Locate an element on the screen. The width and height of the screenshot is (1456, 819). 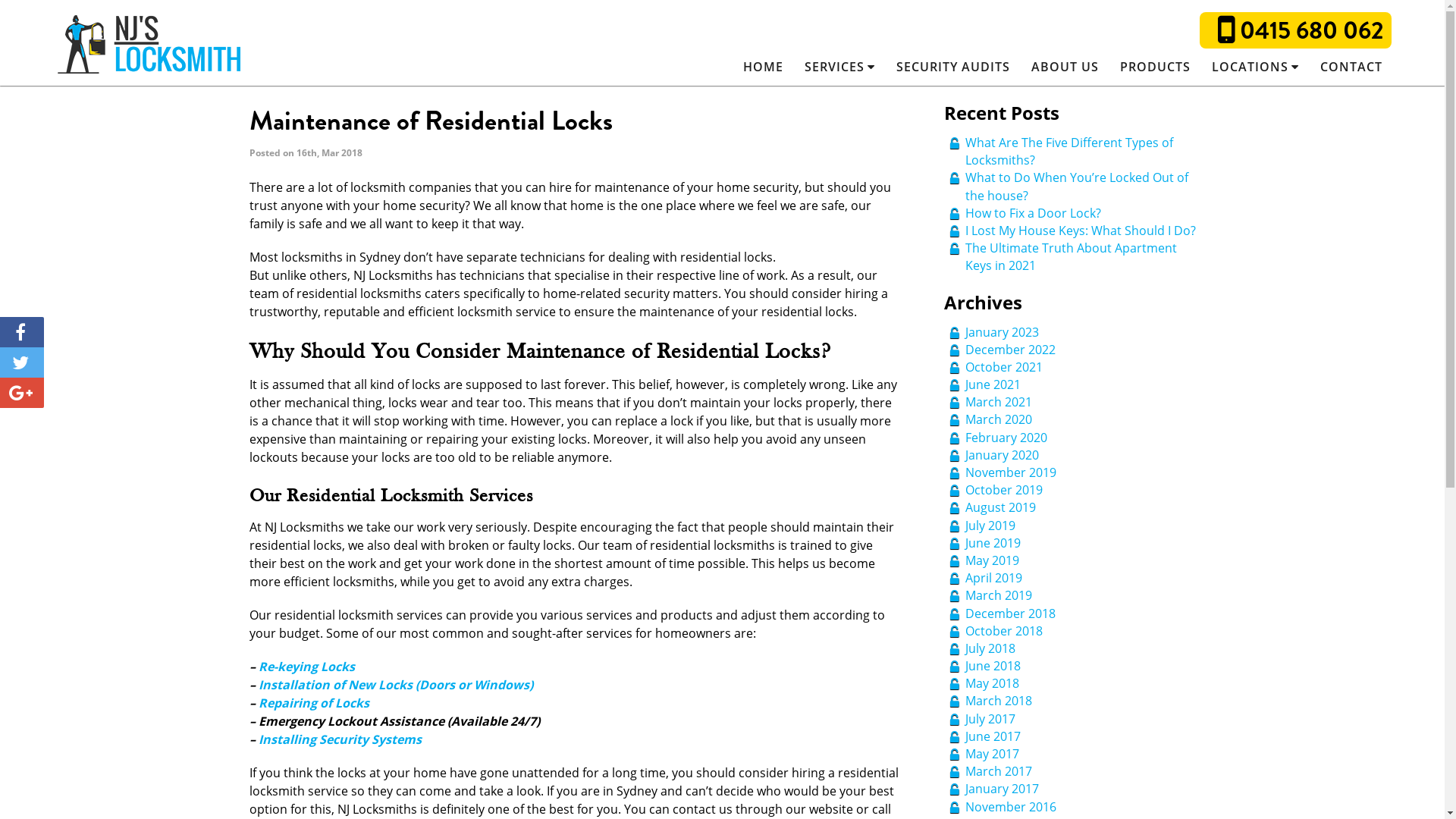
'March 2021' is located at coordinates (997, 400).